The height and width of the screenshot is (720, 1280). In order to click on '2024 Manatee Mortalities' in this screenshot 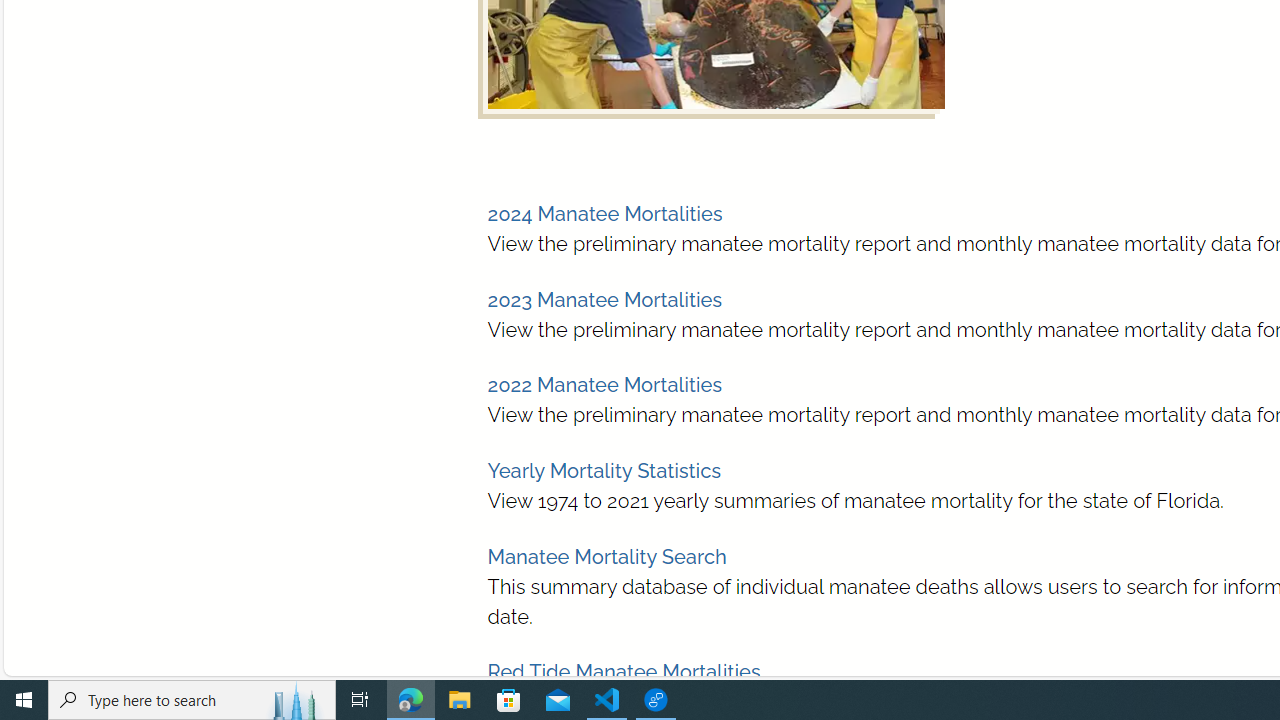, I will do `click(603, 214)`.